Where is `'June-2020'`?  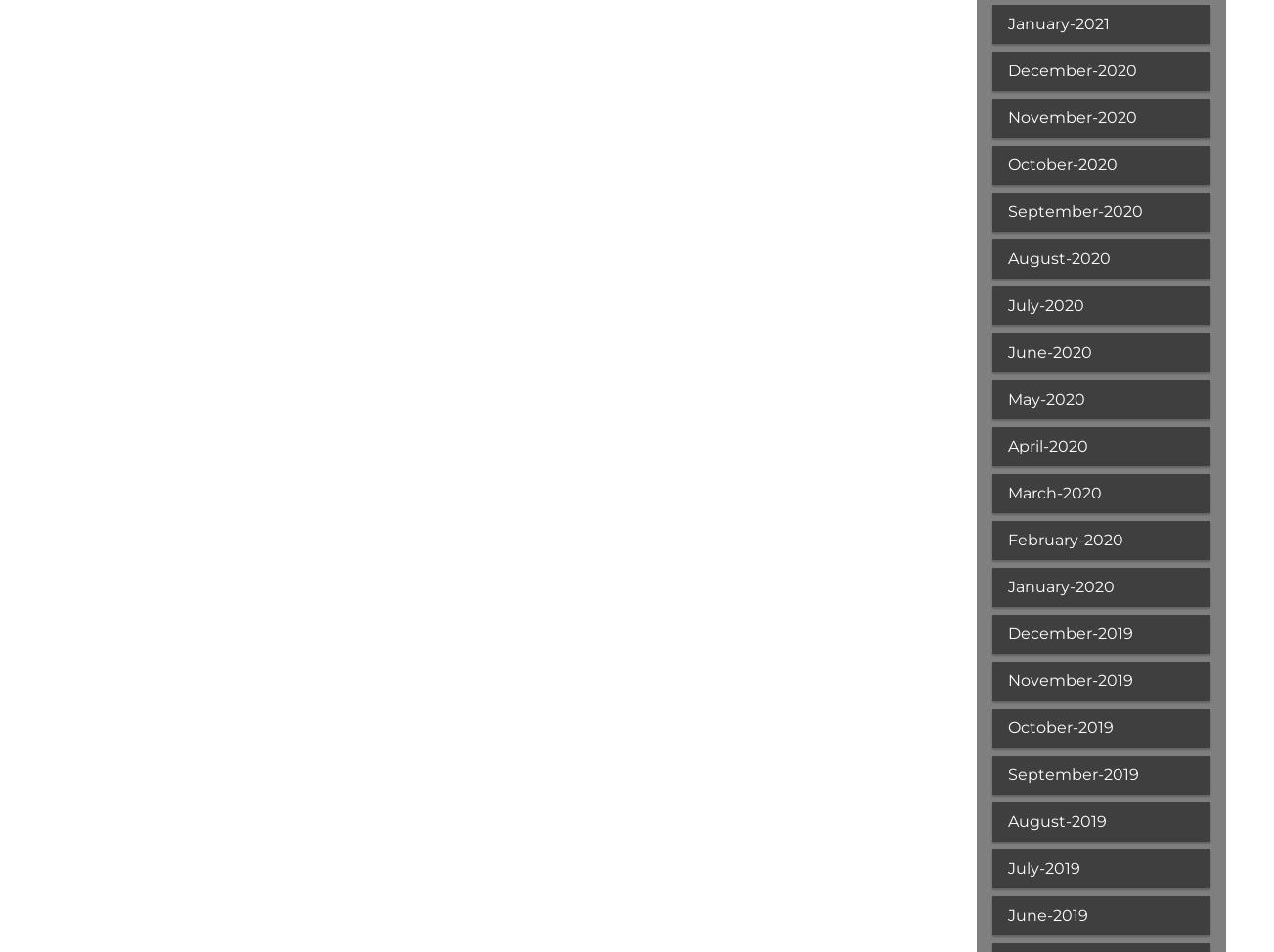
'June-2020' is located at coordinates (1048, 352).